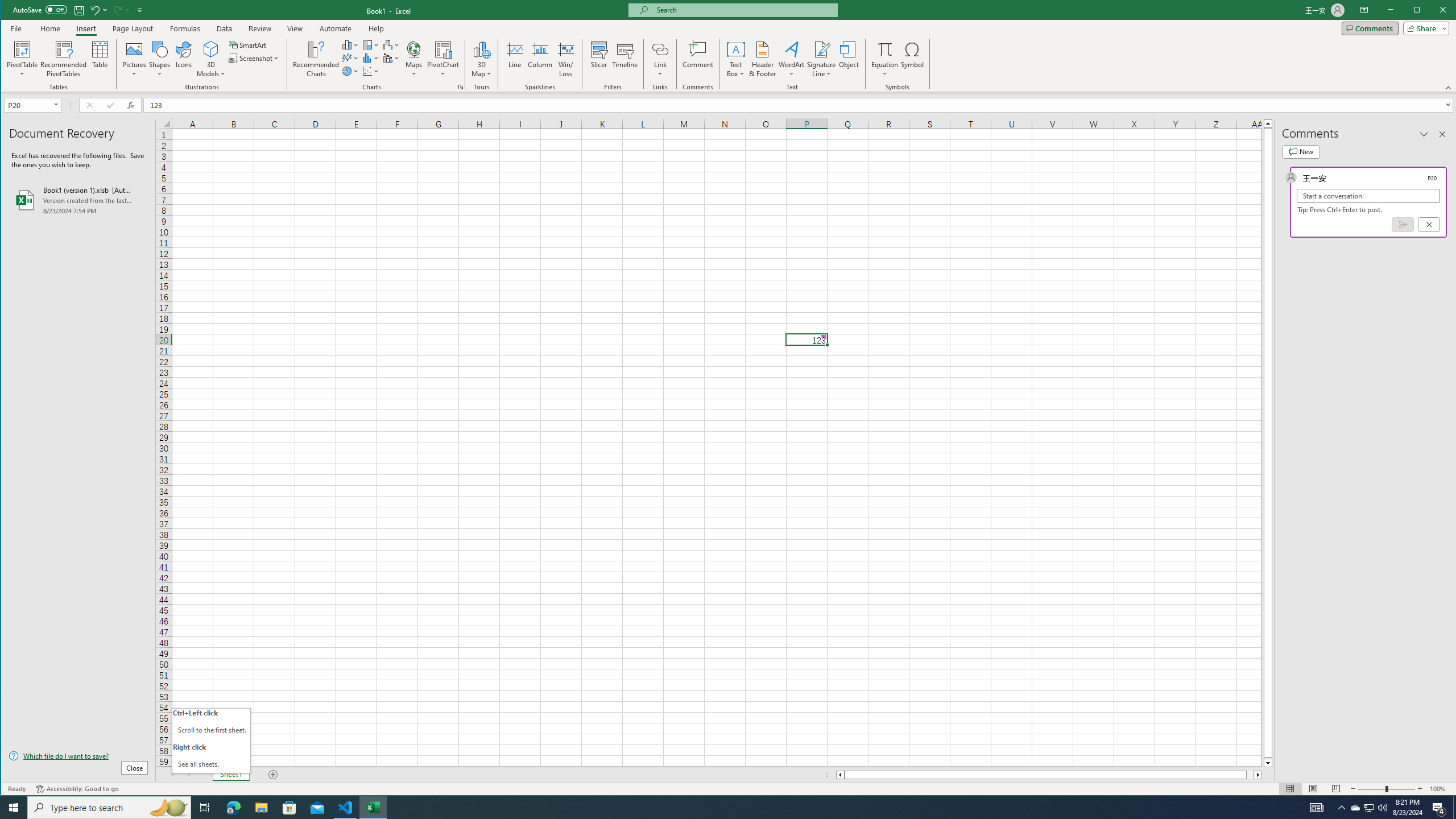  What do you see at coordinates (371, 71) in the screenshot?
I see `'Insert Waterfall, Funnel, Stock, Surface, or Radar Chart'` at bounding box center [371, 71].